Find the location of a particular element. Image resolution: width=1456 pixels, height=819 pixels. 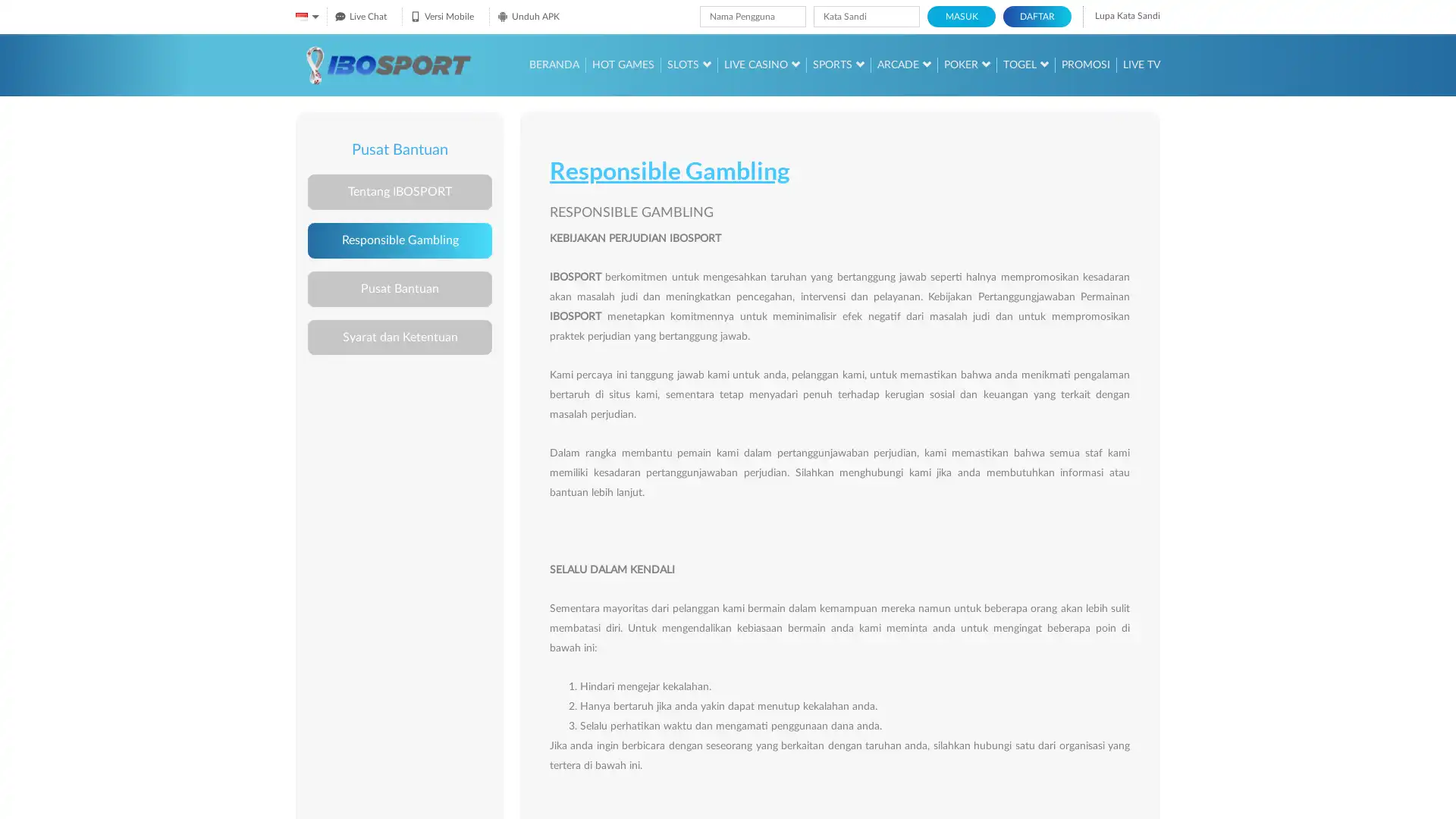

Masuk is located at coordinates (960, 17).